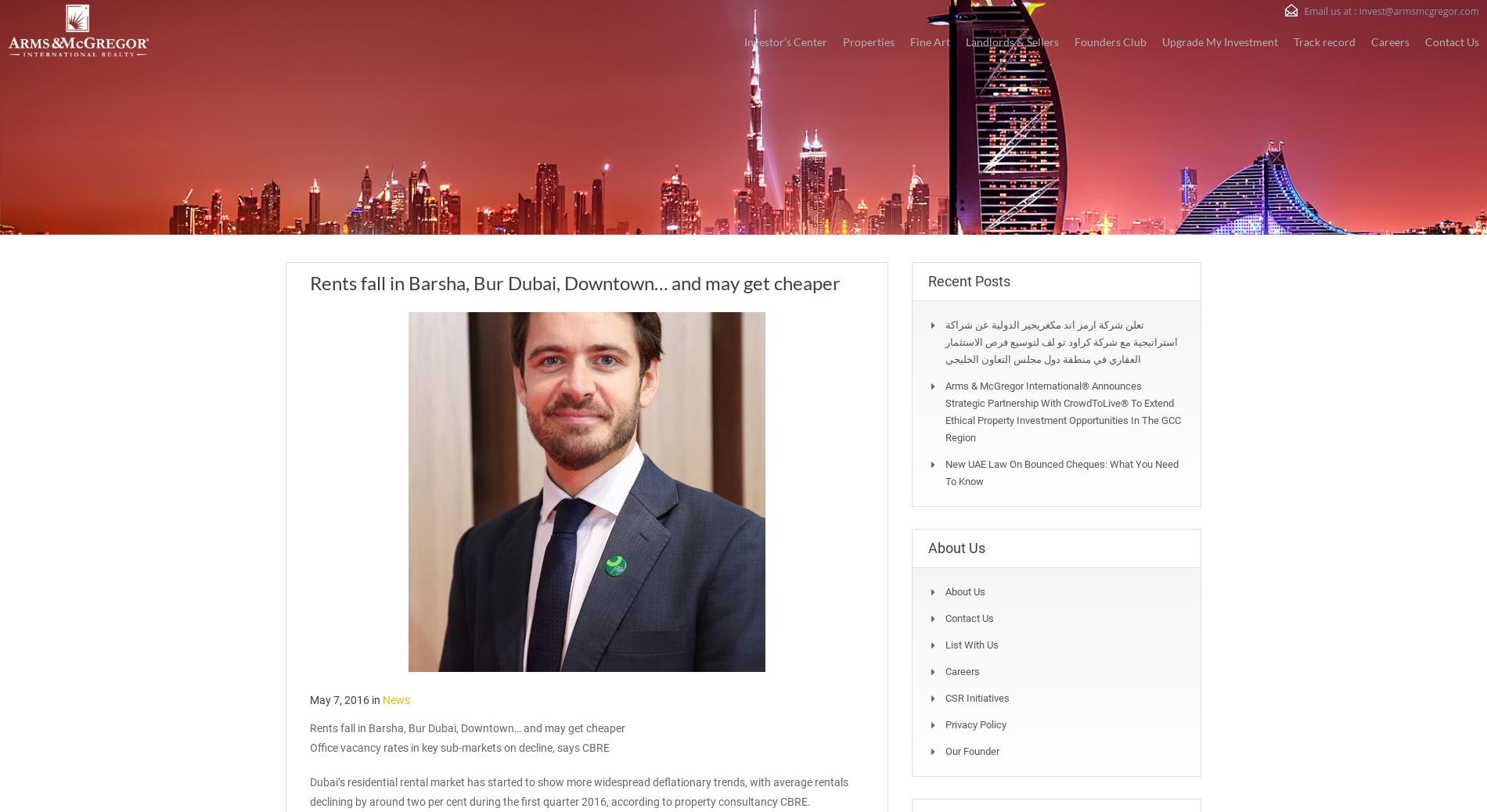 The width and height of the screenshot is (1487, 812). I want to click on 'Arms & McGregor International® Announces Strategic Partnership with CrowdToLive® to Extend Ethical Property Investment Opportunities in the GCC Region', so click(1062, 411).